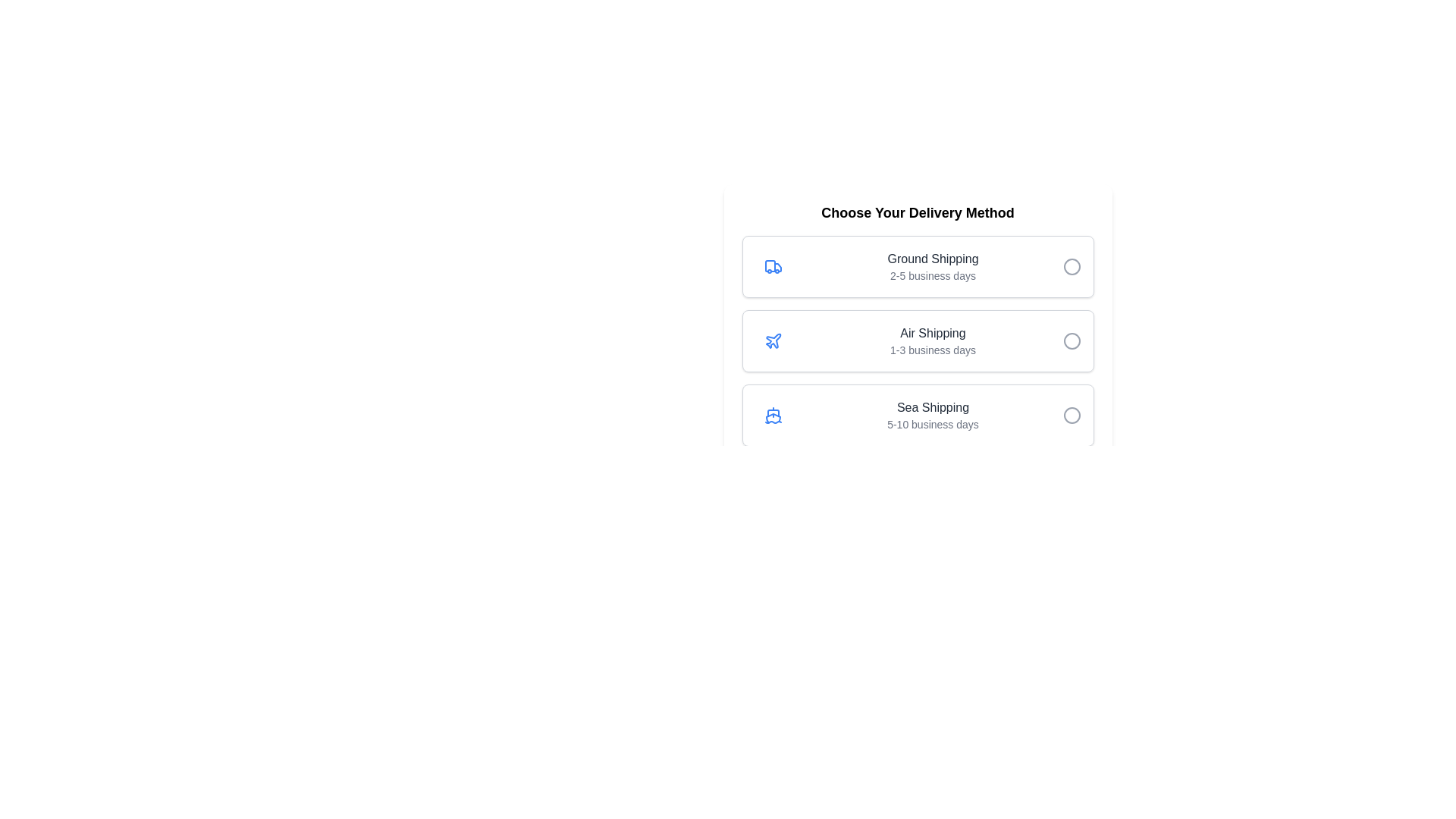 This screenshot has height=819, width=1456. What do you see at coordinates (1071, 415) in the screenshot?
I see `the unselected radio button located to the right of the 'Sea Shipping' delivery option in the list of shipping methods` at bounding box center [1071, 415].